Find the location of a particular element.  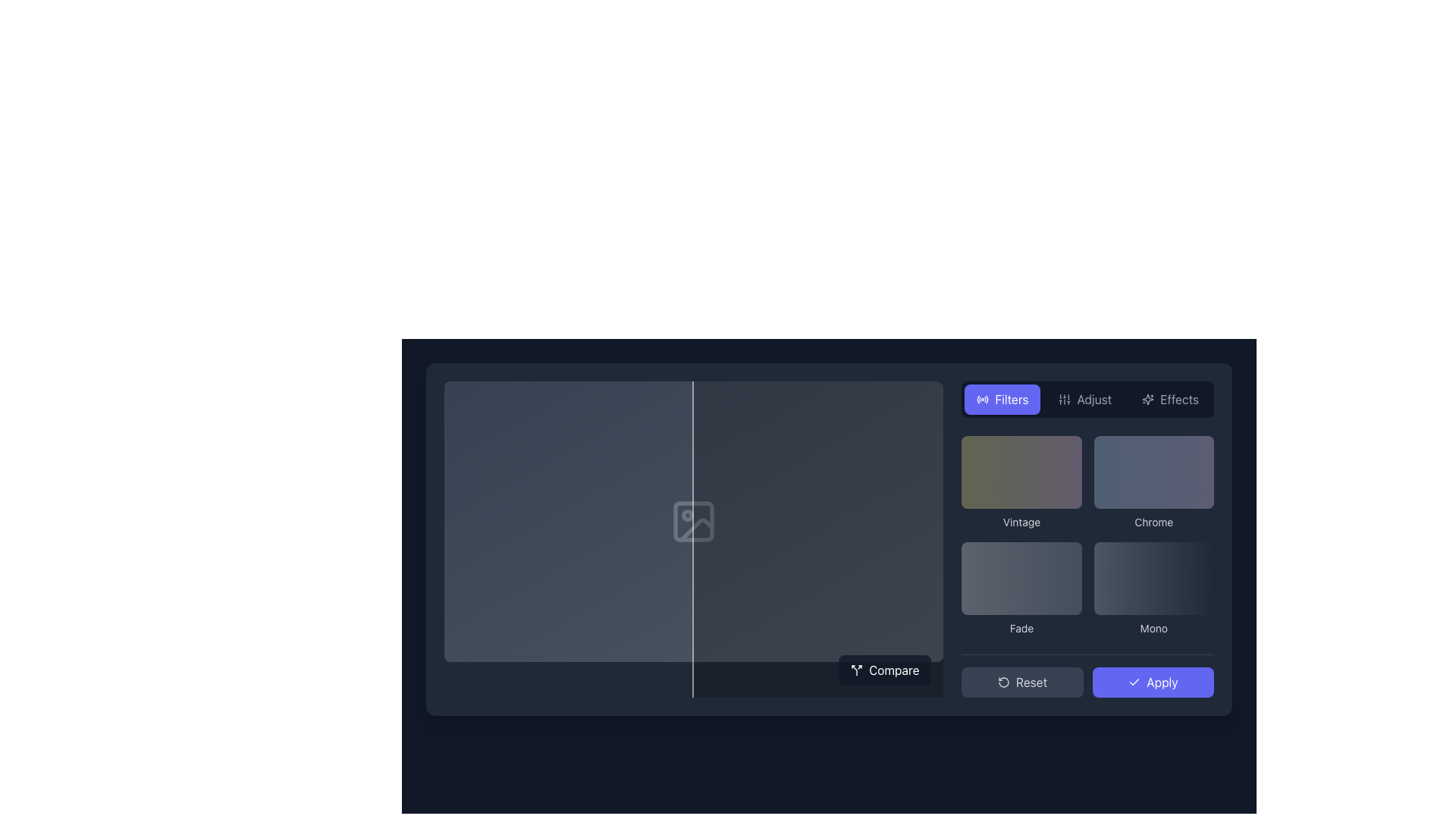

the 'Reset' button located at the bottom right corner of the interface is located at coordinates (1022, 681).